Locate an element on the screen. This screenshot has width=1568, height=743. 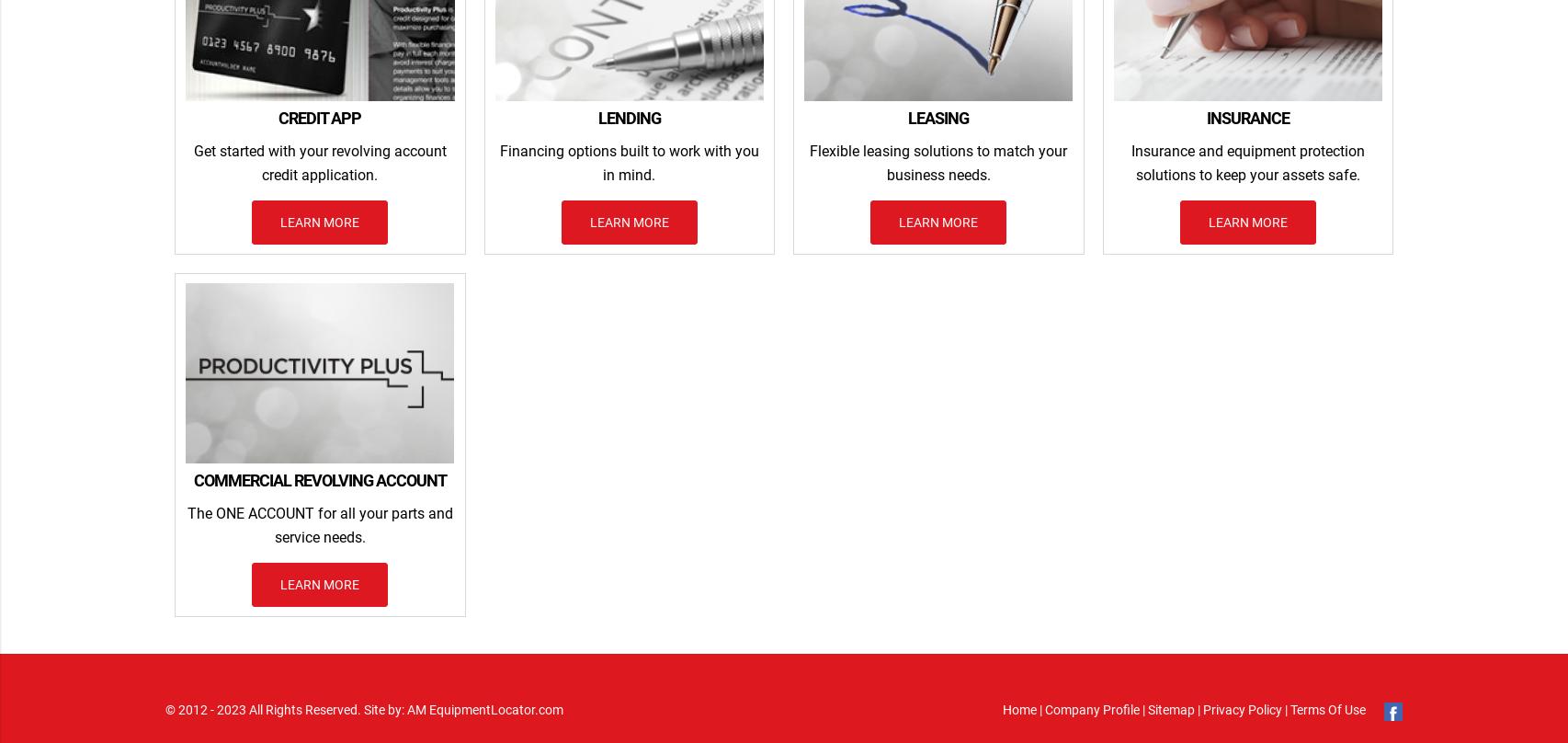
'Flexible leasing solutions to match your business needs.' is located at coordinates (938, 161).